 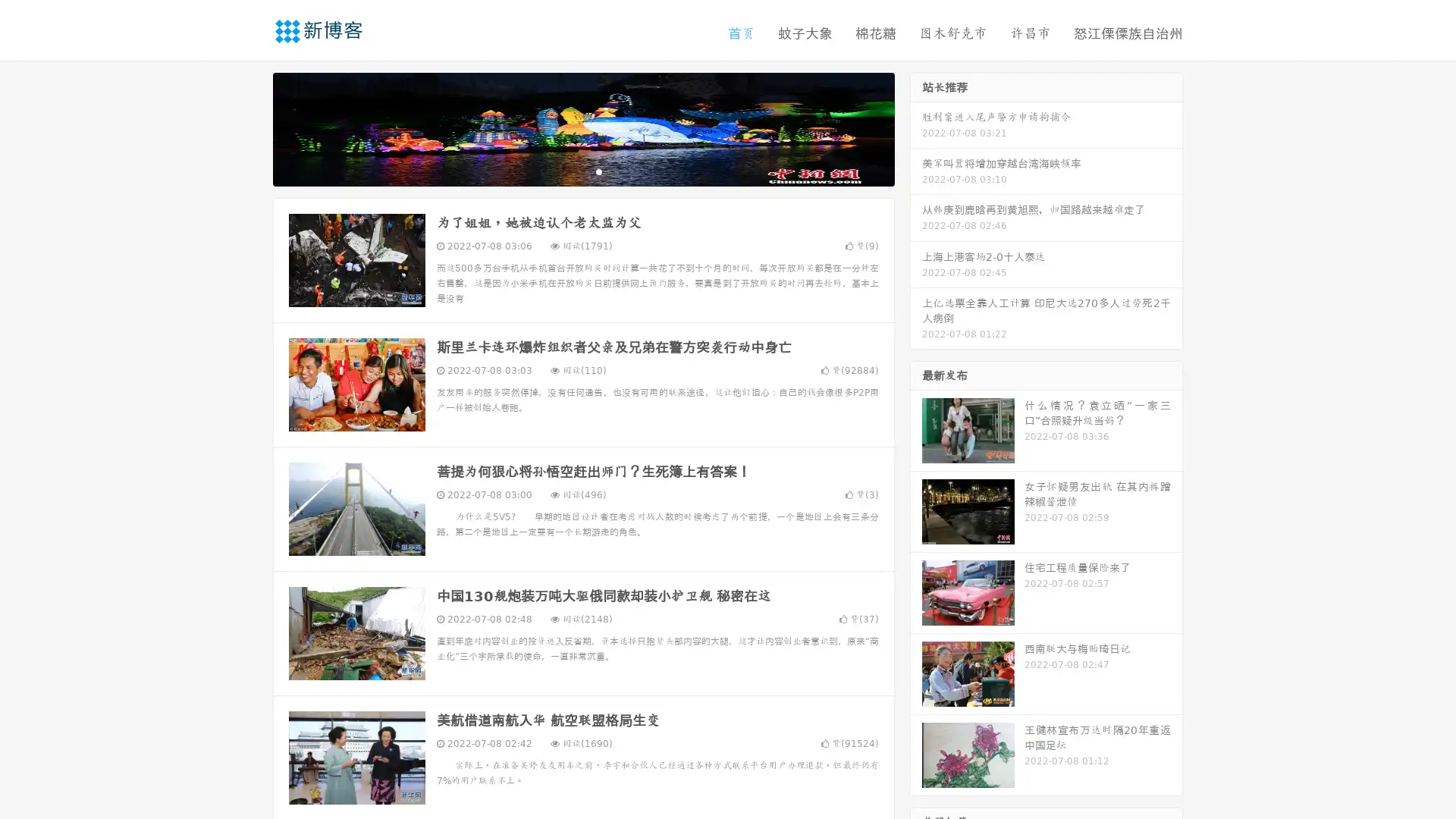 What do you see at coordinates (582, 171) in the screenshot?
I see `Go to slide 2` at bounding box center [582, 171].